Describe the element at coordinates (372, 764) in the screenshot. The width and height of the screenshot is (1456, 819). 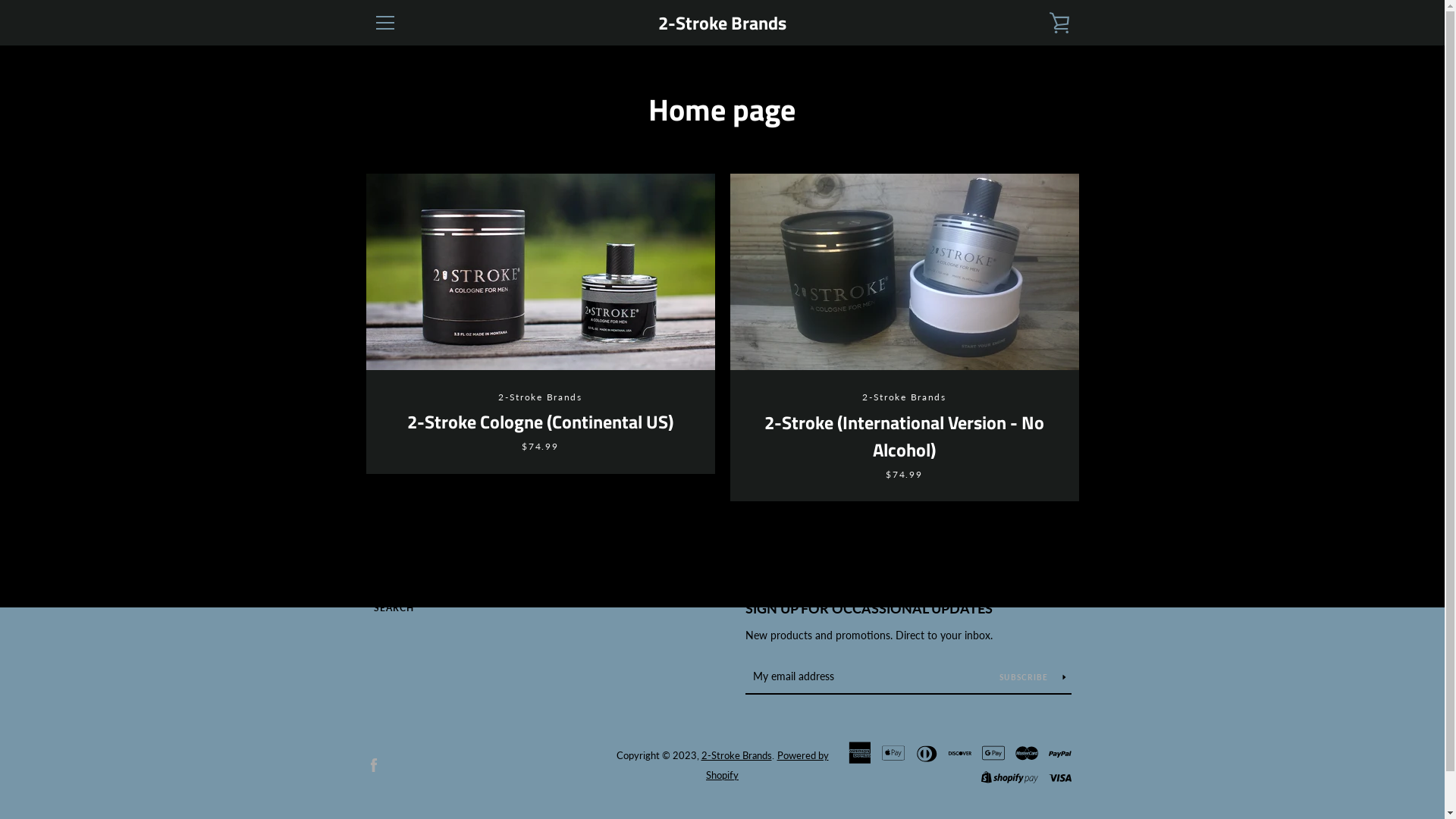
I see `'Facebook'` at that location.